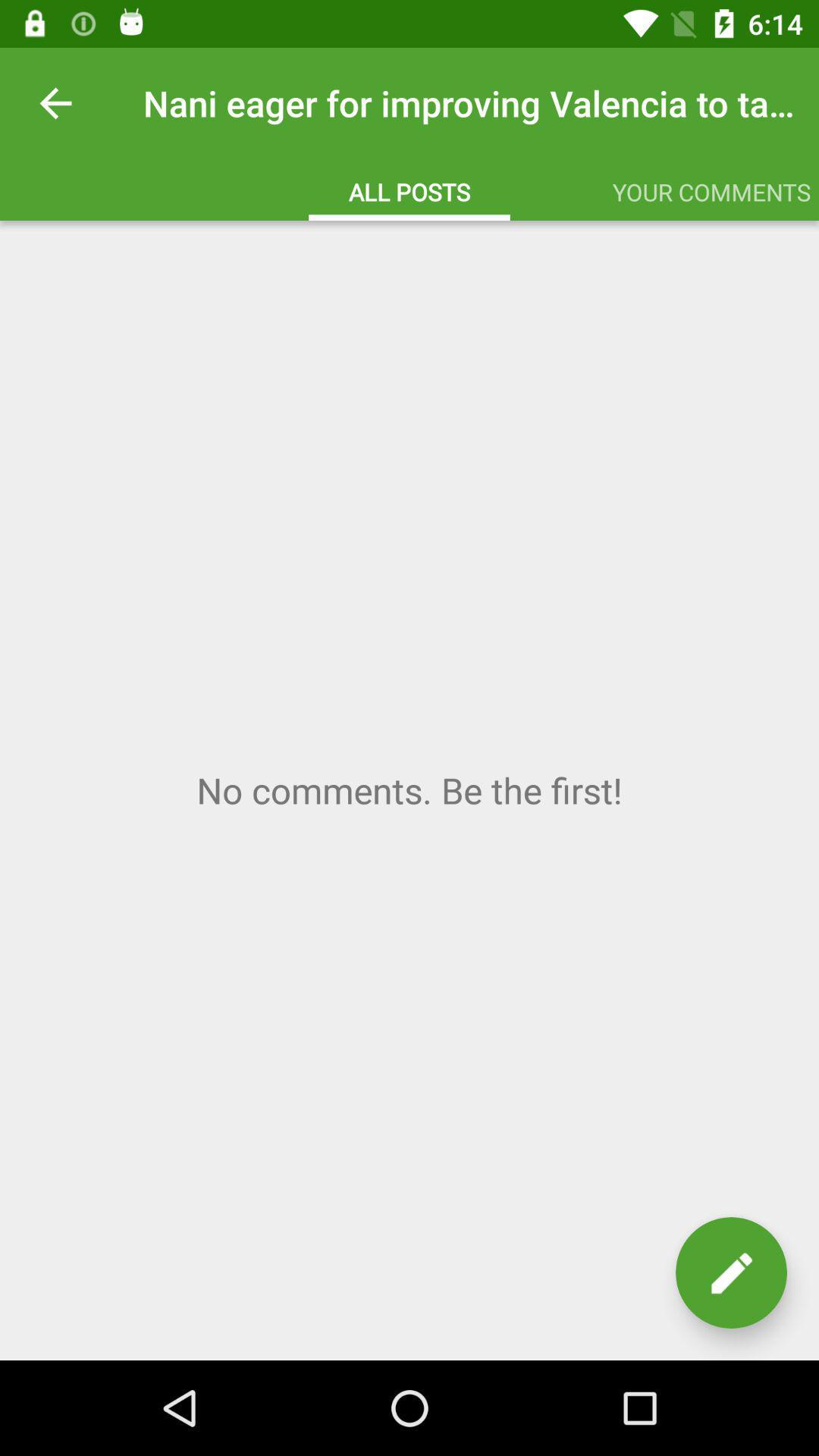 The height and width of the screenshot is (1456, 819). What do you see at coordinates (55, 102) in the screenshot?
I see `icon next to nani eager for icon` at bounding box center [55, 102].